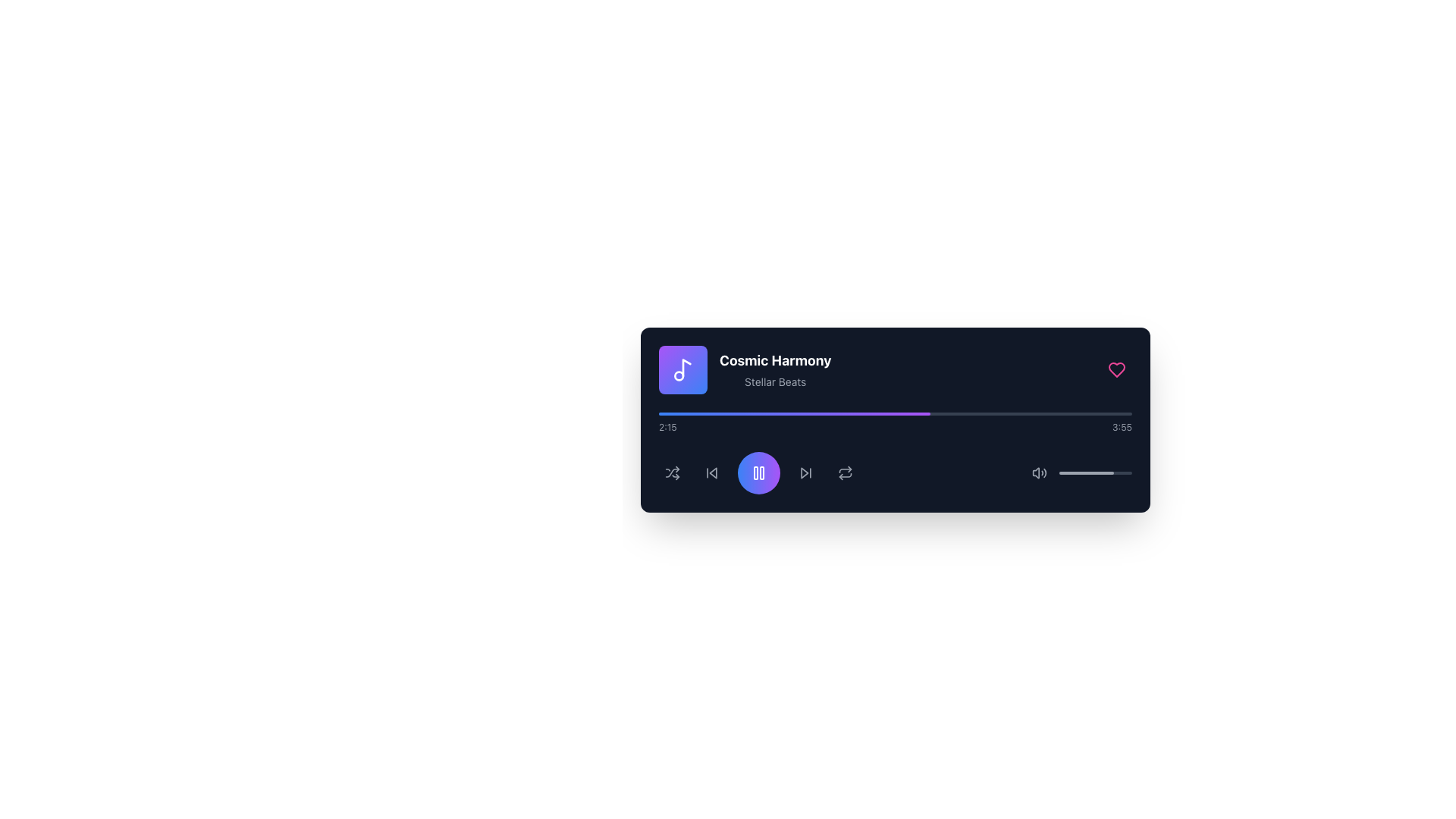 This screenshot has height=819, width=1456. Describe the element at coordinates (895, 414) in the screenshot. I see `the progress bar located centrally above the playback control buttons` at that location.